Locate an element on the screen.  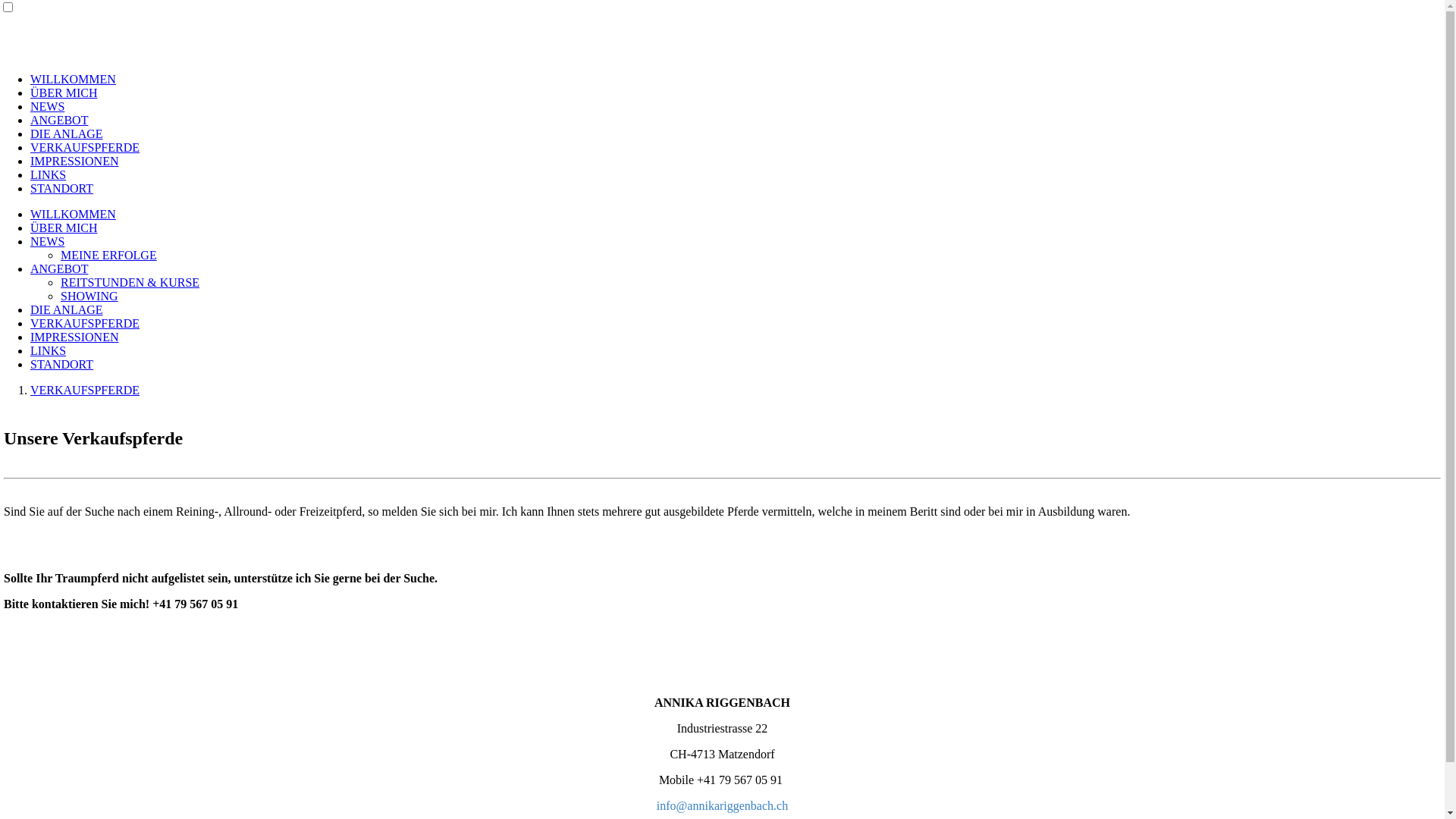
'VERKAUFSPFERDE' is located at coordinates (83, 147).